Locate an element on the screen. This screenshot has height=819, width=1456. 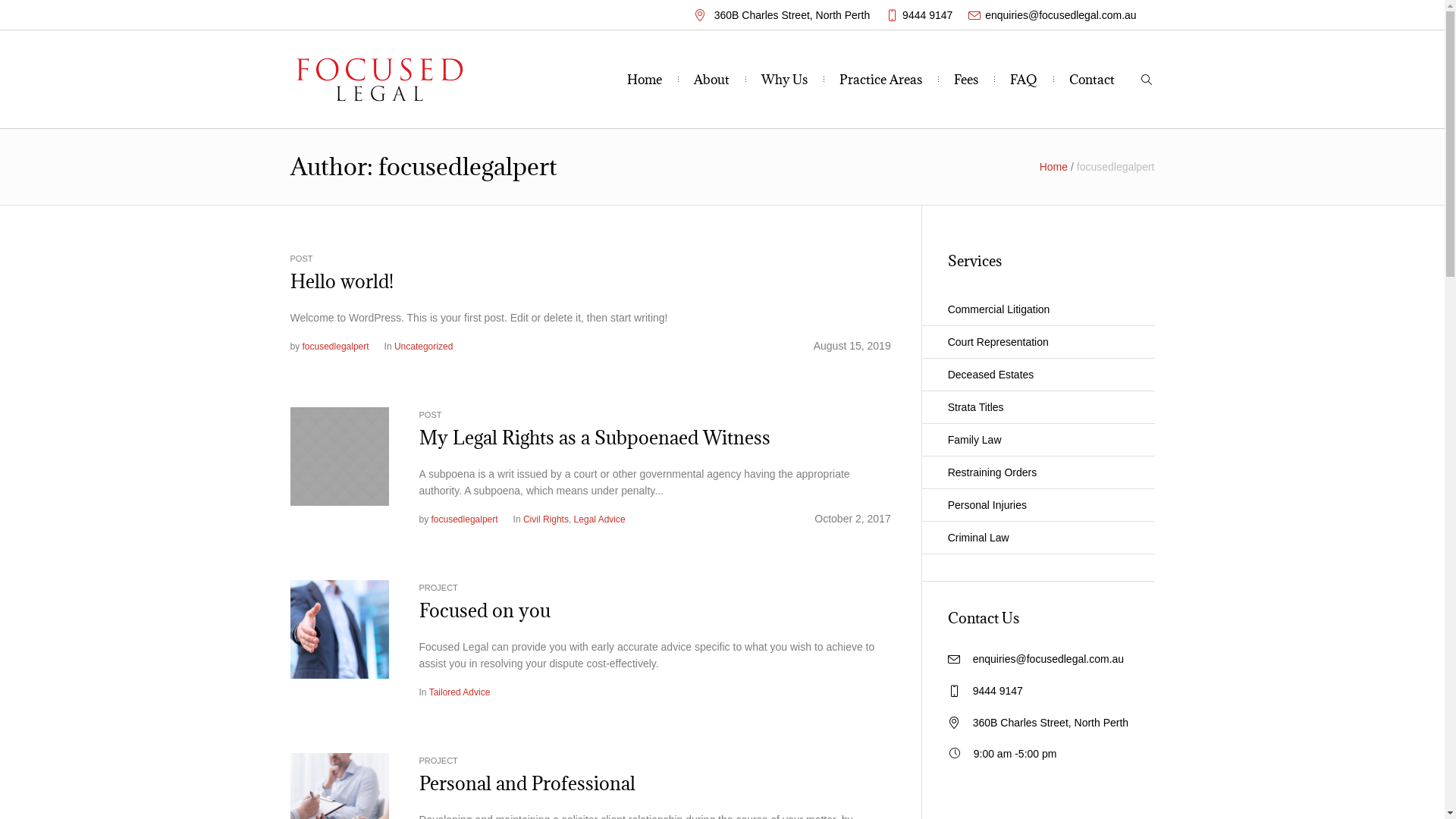
'Hello world!' is located at coordinates (290, 281).